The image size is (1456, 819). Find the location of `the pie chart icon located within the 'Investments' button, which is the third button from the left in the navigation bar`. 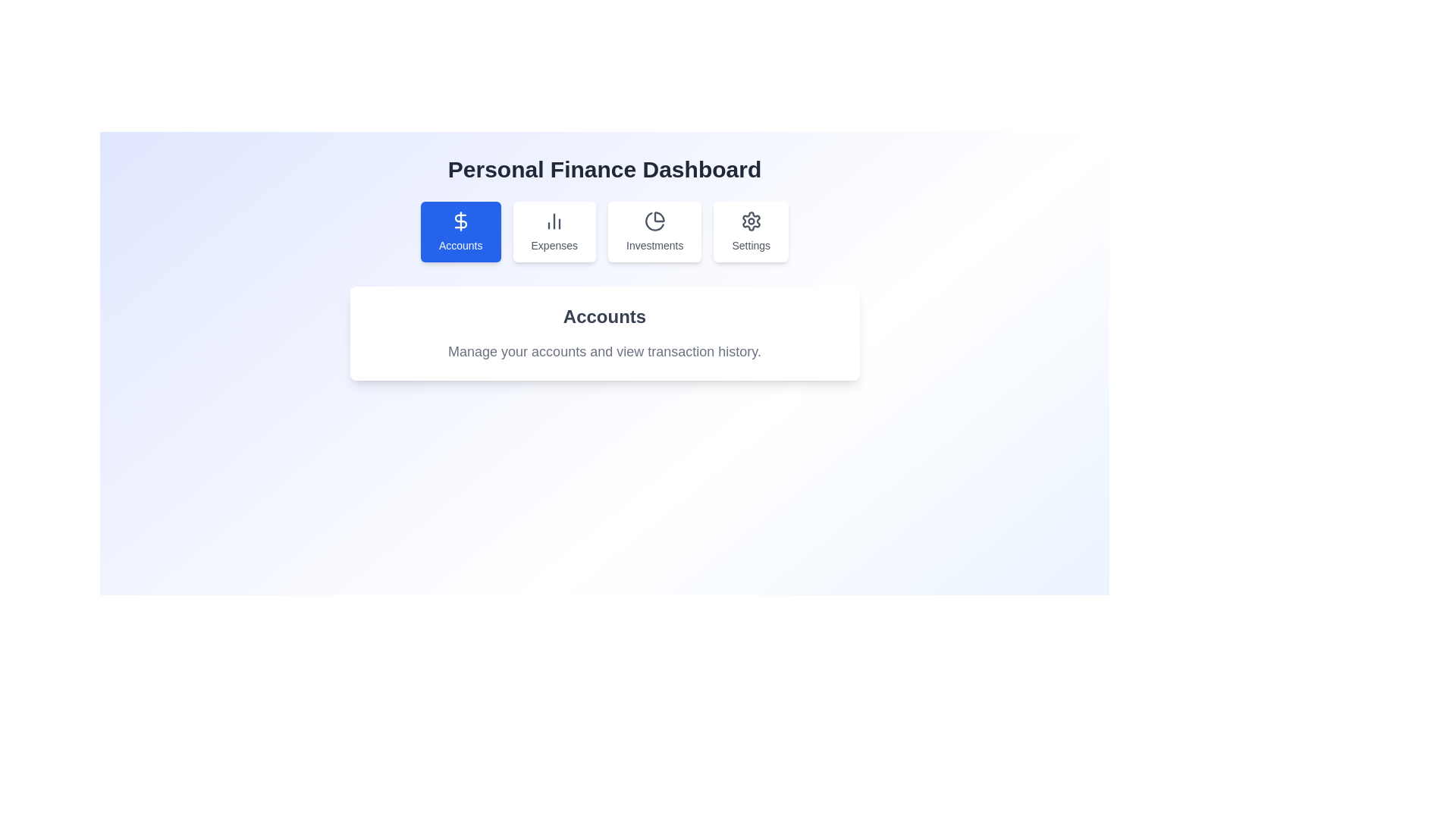

the pie chart icon located within the 'Investments' button, which is the third button from the left in the navigation bar is located at coordinates (654, 221).